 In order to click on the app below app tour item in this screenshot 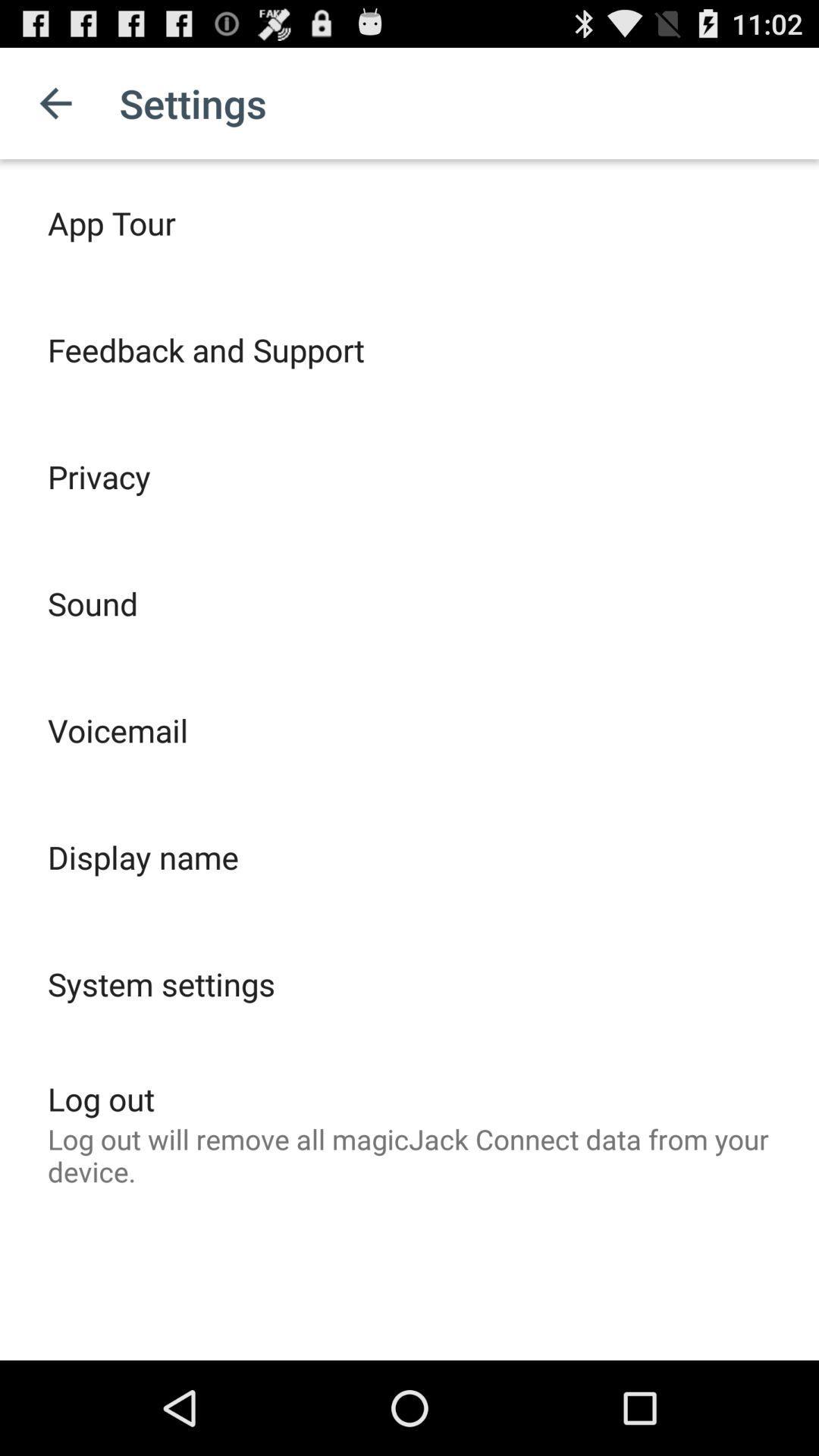, I will do `click(206, 349)`.